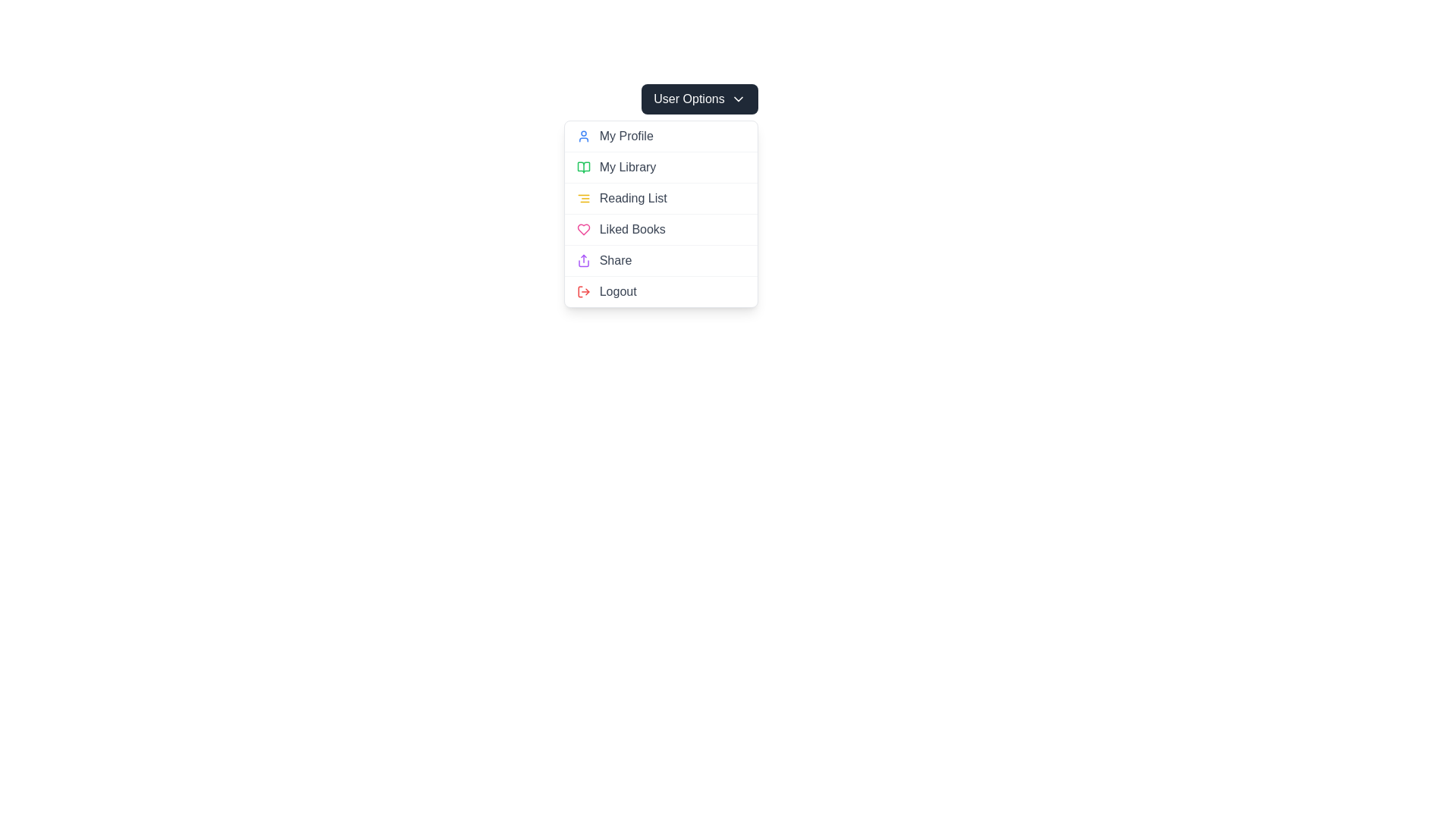 The height and width of the screenshot is (819, 1456). Describe the element at coordinates (618, 292) in the screenshot. I see `the 'Logout' text label in the dropdown menu` at that location.